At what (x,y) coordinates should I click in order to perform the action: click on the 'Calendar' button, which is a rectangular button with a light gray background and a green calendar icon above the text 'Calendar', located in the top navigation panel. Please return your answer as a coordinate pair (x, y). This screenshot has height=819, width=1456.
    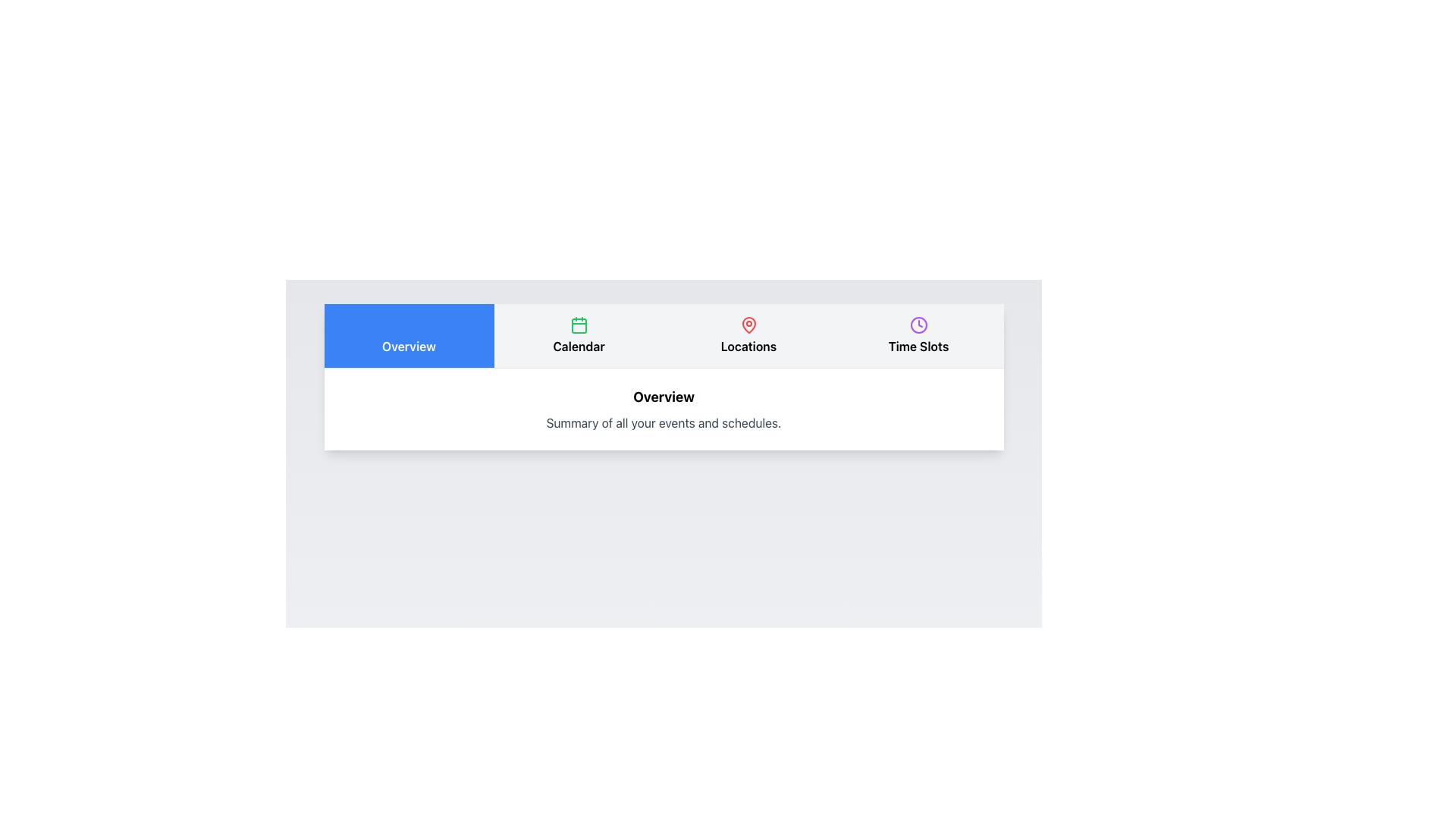
    Looking at the image, I should click on (578, 335).